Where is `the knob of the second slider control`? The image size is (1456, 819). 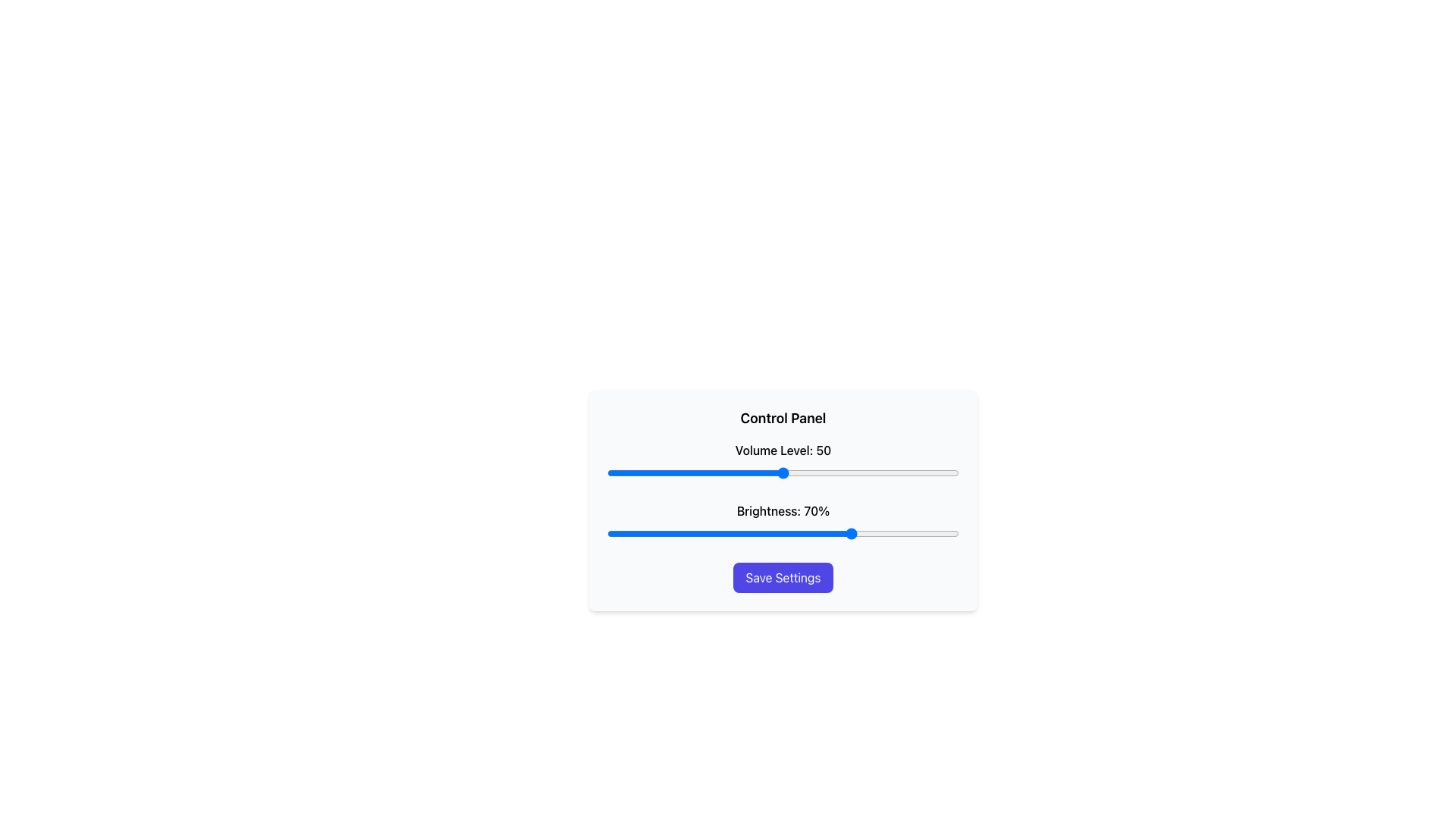
the knob of the second slider control is located at coordinates (783, 533).